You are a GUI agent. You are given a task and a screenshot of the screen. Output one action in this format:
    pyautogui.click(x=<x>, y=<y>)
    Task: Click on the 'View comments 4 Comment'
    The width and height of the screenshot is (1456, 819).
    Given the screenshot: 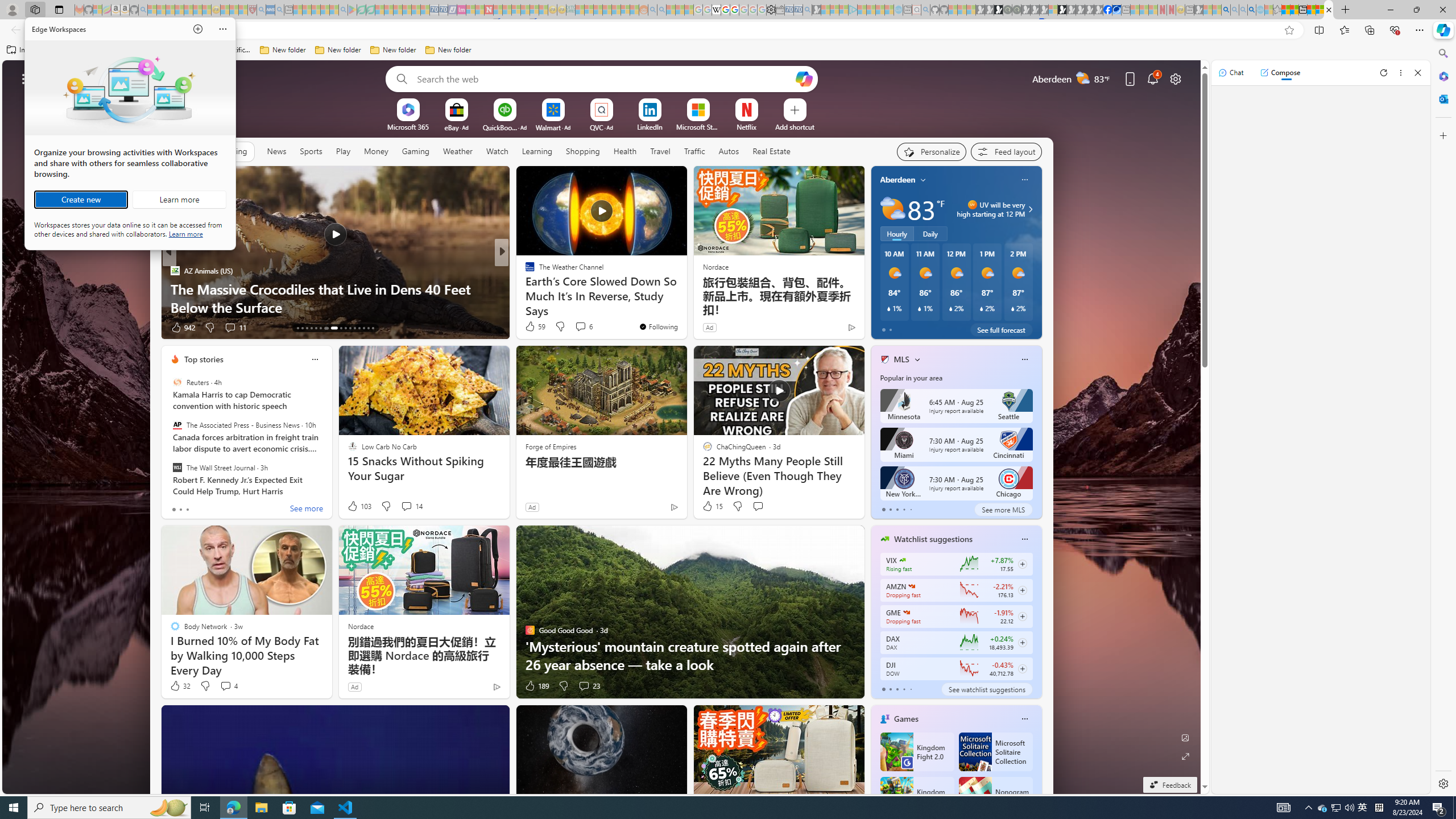 What is the action you would take?
    pyautogui.click(x=227, y=686)
    